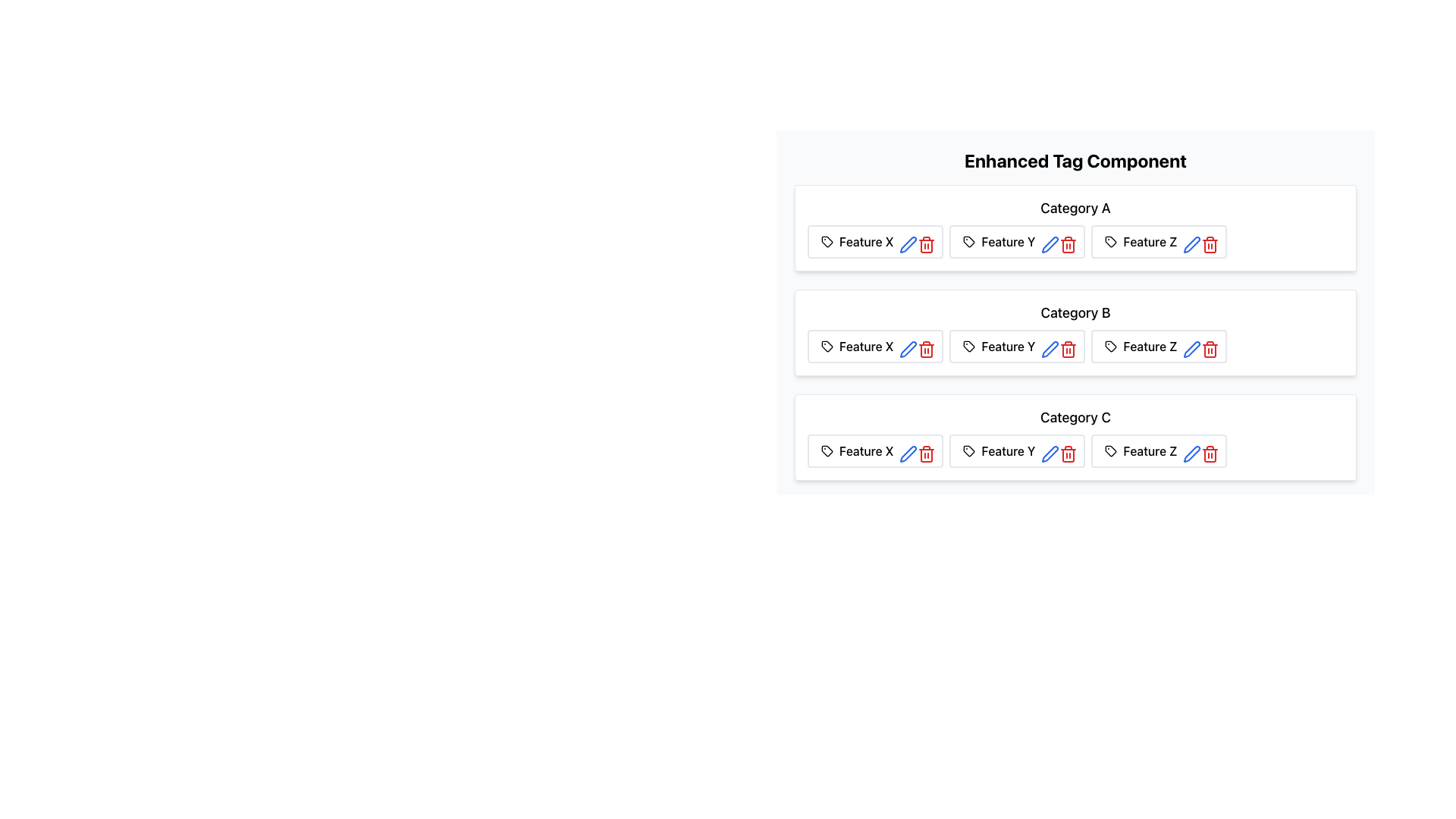 The height and width of the screenshot is (819, 1456). What do you see at coordinates (1210, 453) in the screenshot?
I see `the red trash bin icon button located as the last action icon in the row associated with Feature Z within Category A` at bounding box center [1210, 453].